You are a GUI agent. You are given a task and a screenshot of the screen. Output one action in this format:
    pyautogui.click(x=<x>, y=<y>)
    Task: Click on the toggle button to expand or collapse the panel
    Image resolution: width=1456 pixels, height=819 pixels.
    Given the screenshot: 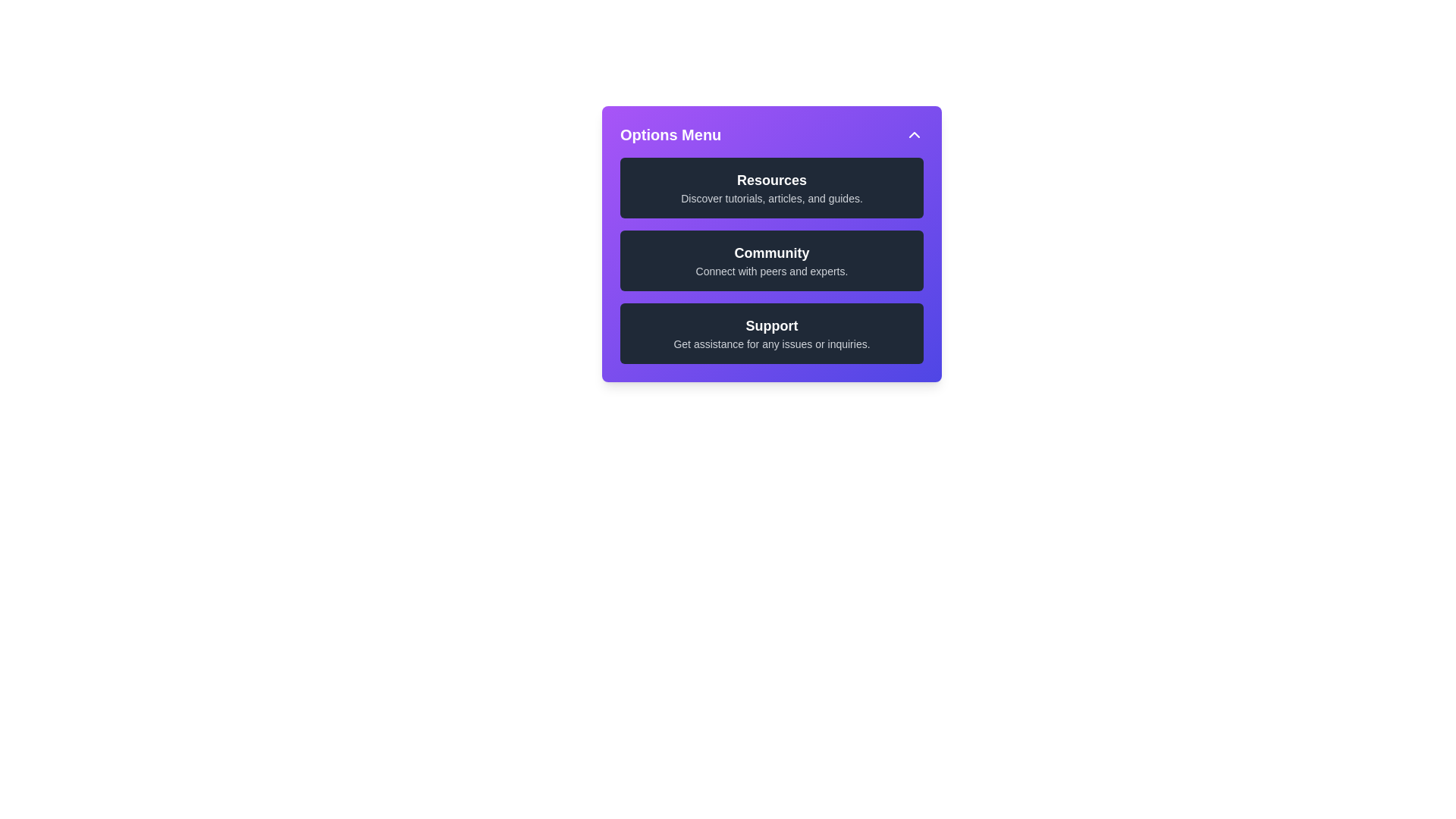 What is the action you would take?
    pyautogui.click(x=913, y=133)
    